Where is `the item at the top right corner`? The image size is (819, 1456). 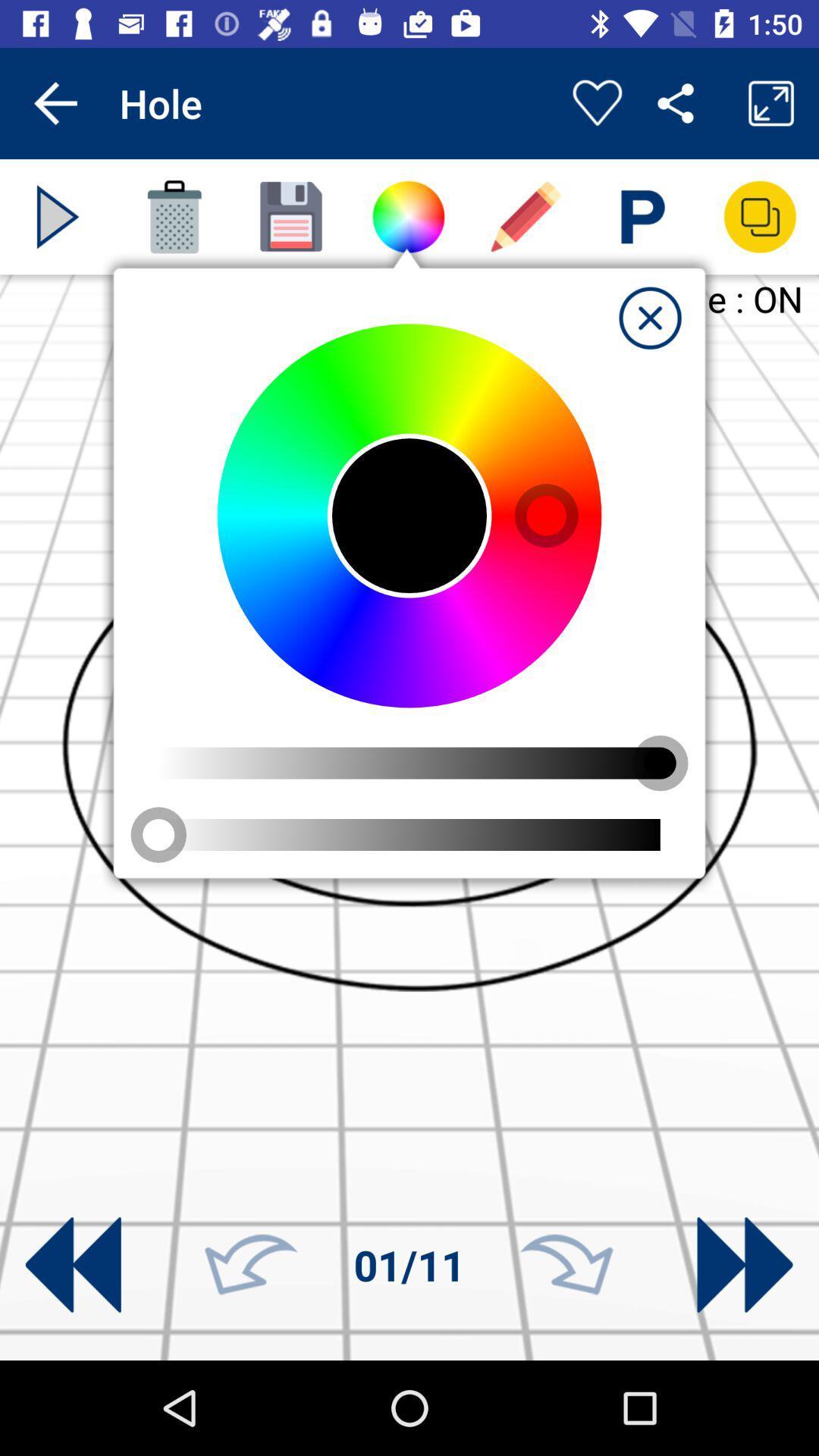 the item at the top right corner is located at coordinates (649, 317).